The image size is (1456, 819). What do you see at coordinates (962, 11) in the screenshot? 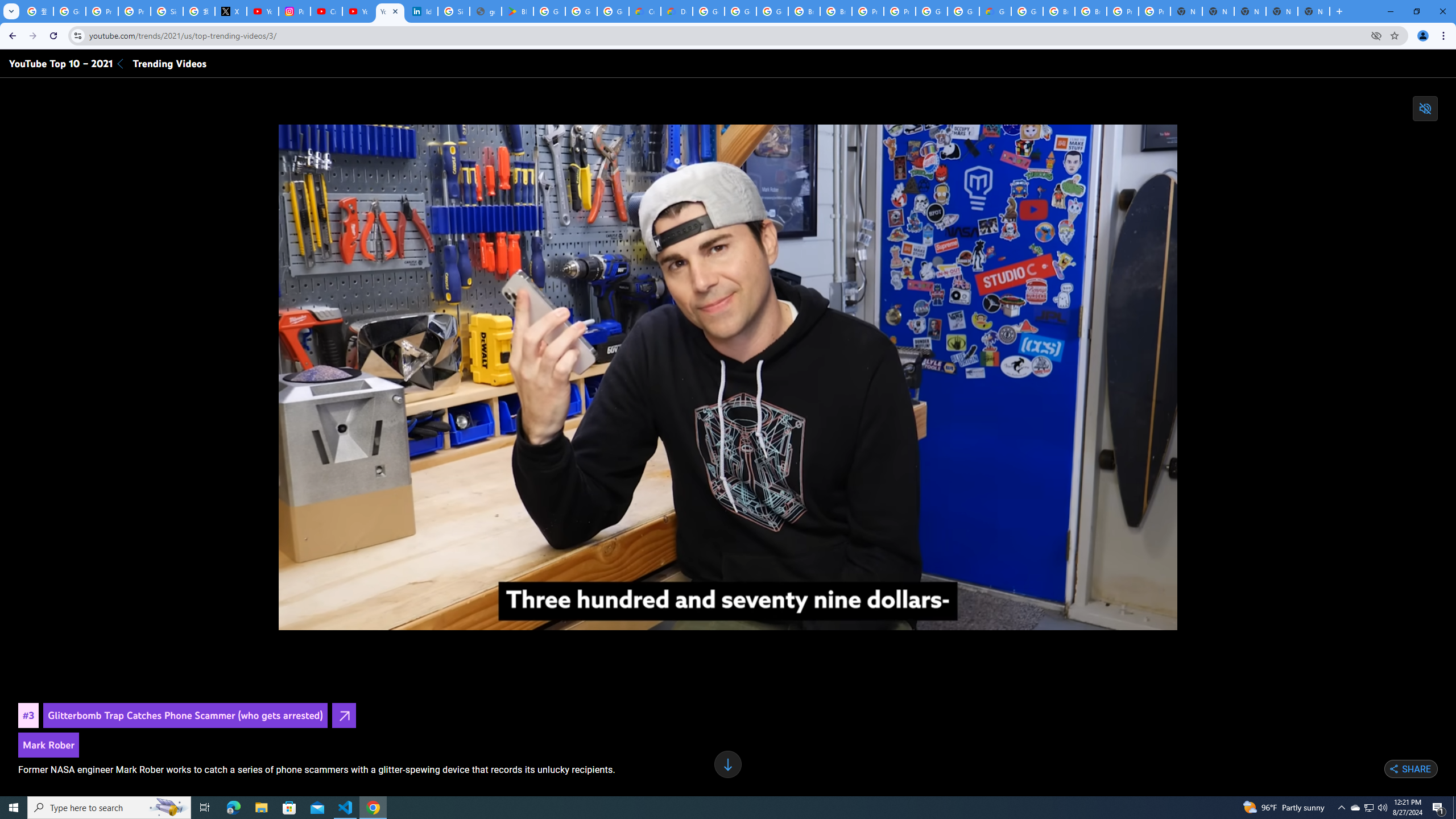
I see `'Google Cloud Platform'` at bounding box center [962, 11].